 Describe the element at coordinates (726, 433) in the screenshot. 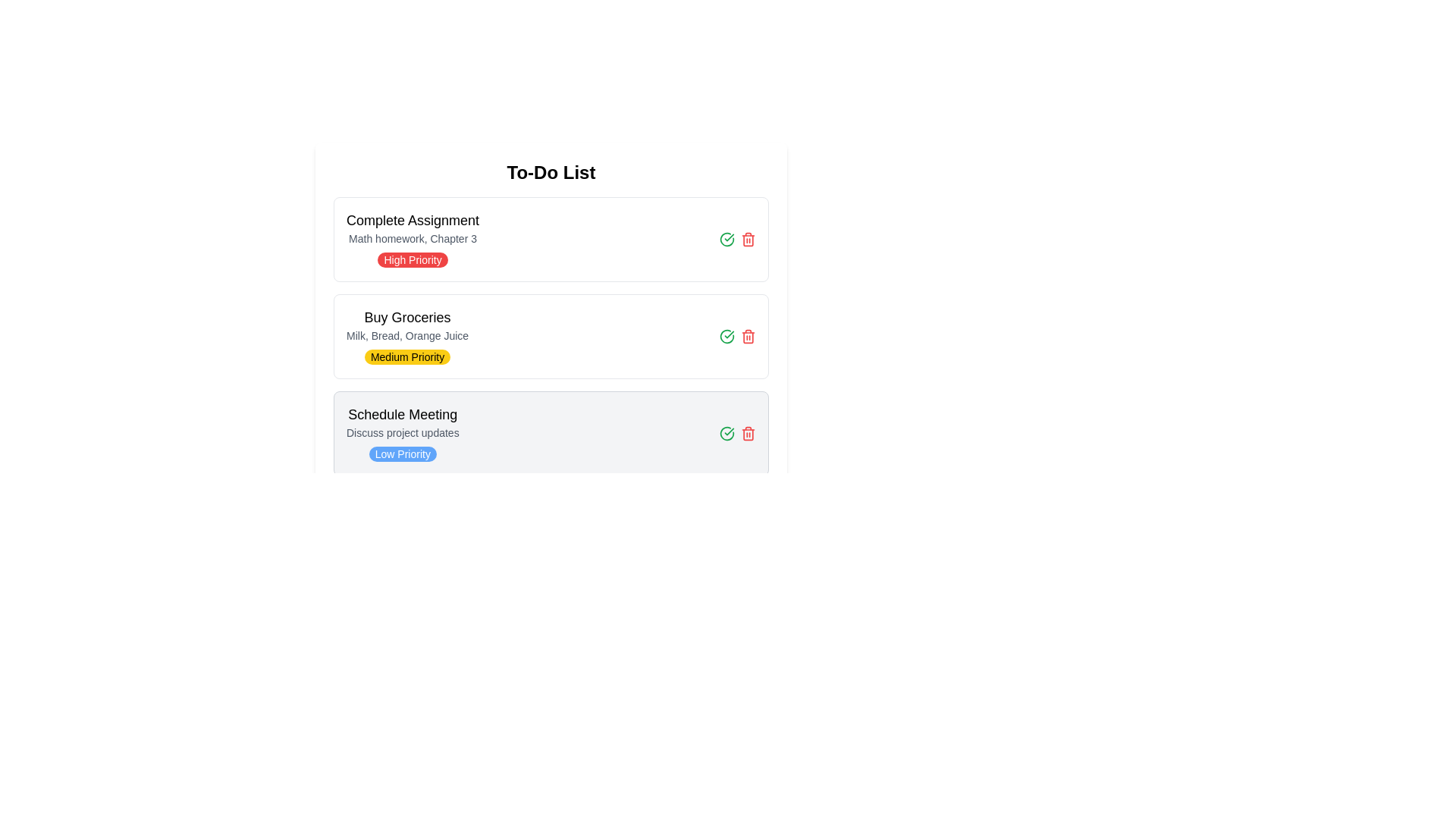

I see `the button that marks the associated task as completed, located to the right of the task details in the 'Buy Groceries' section` at that location.